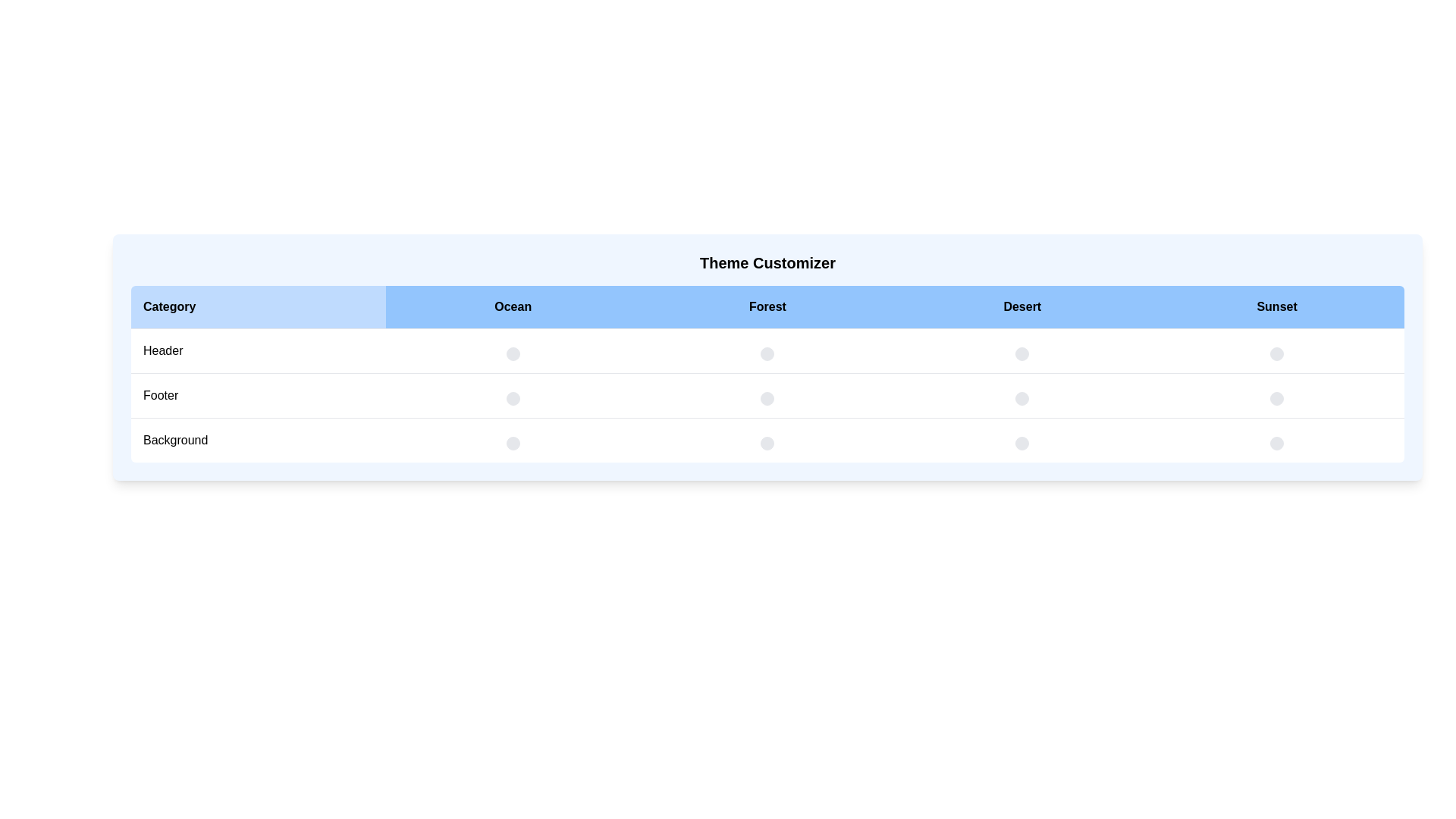  What do you see at coordinates (1022, 353) in the screenshot?
I see `the circular button located in the first row of the table beneath the 'Desert' column` at bounding box center [1022, 353].